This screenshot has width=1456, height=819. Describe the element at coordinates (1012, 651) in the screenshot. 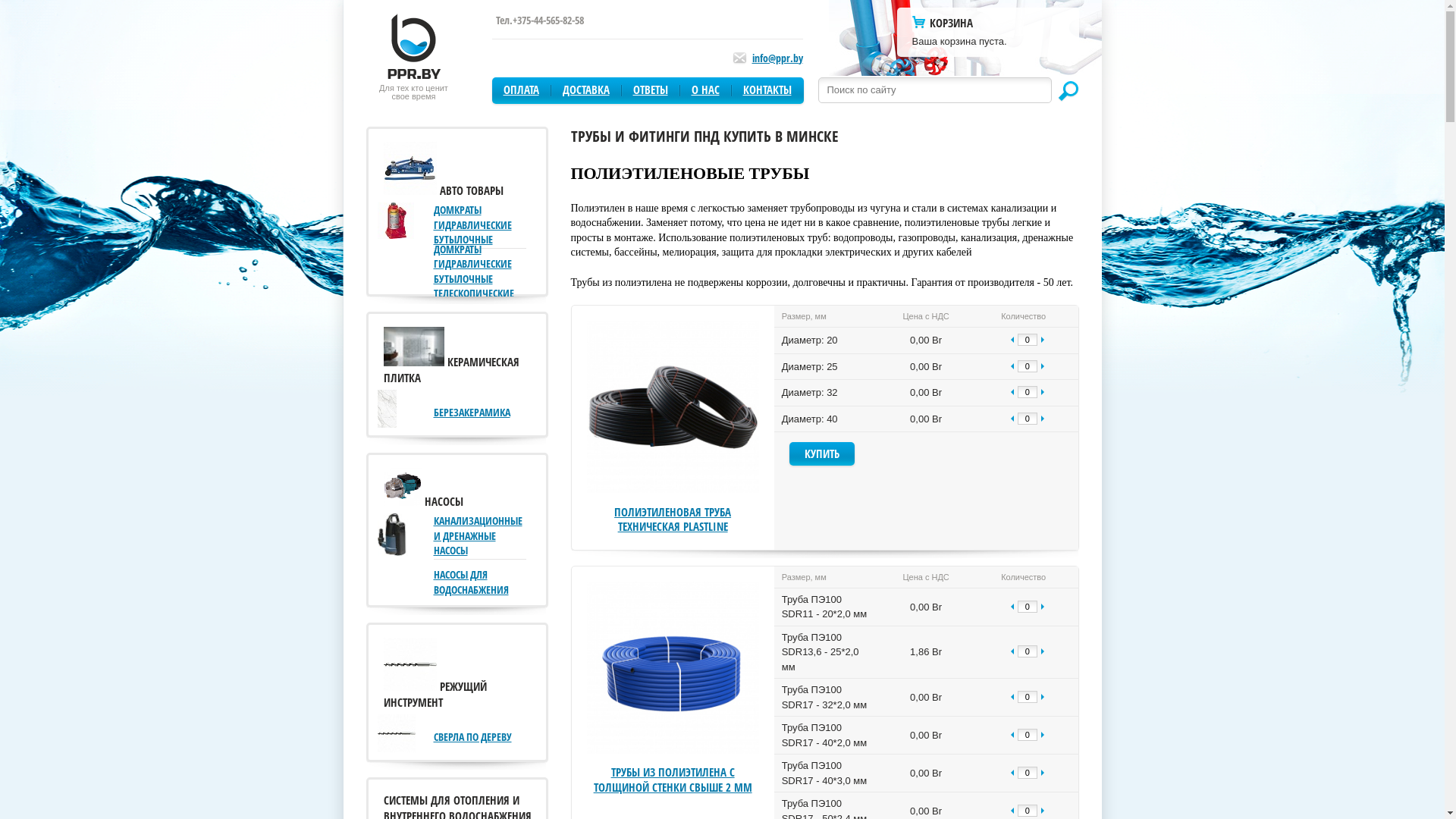

I see `'-'` at that location.